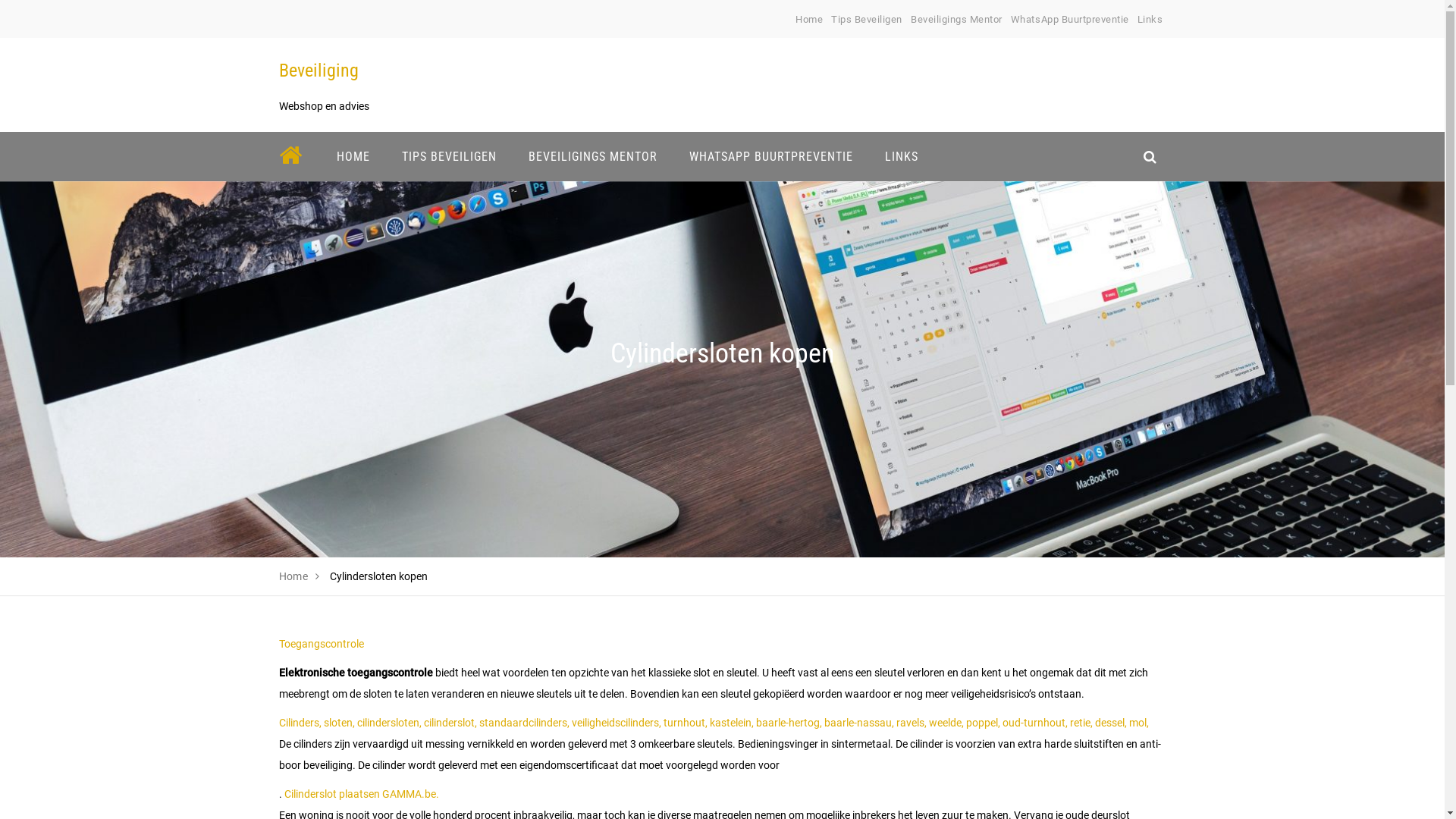 Image resolution: width=1456 pixels, height=819 pixels. I want to click on 'WHATSAPP BUURTPREVENTIE', so click(679, 156).